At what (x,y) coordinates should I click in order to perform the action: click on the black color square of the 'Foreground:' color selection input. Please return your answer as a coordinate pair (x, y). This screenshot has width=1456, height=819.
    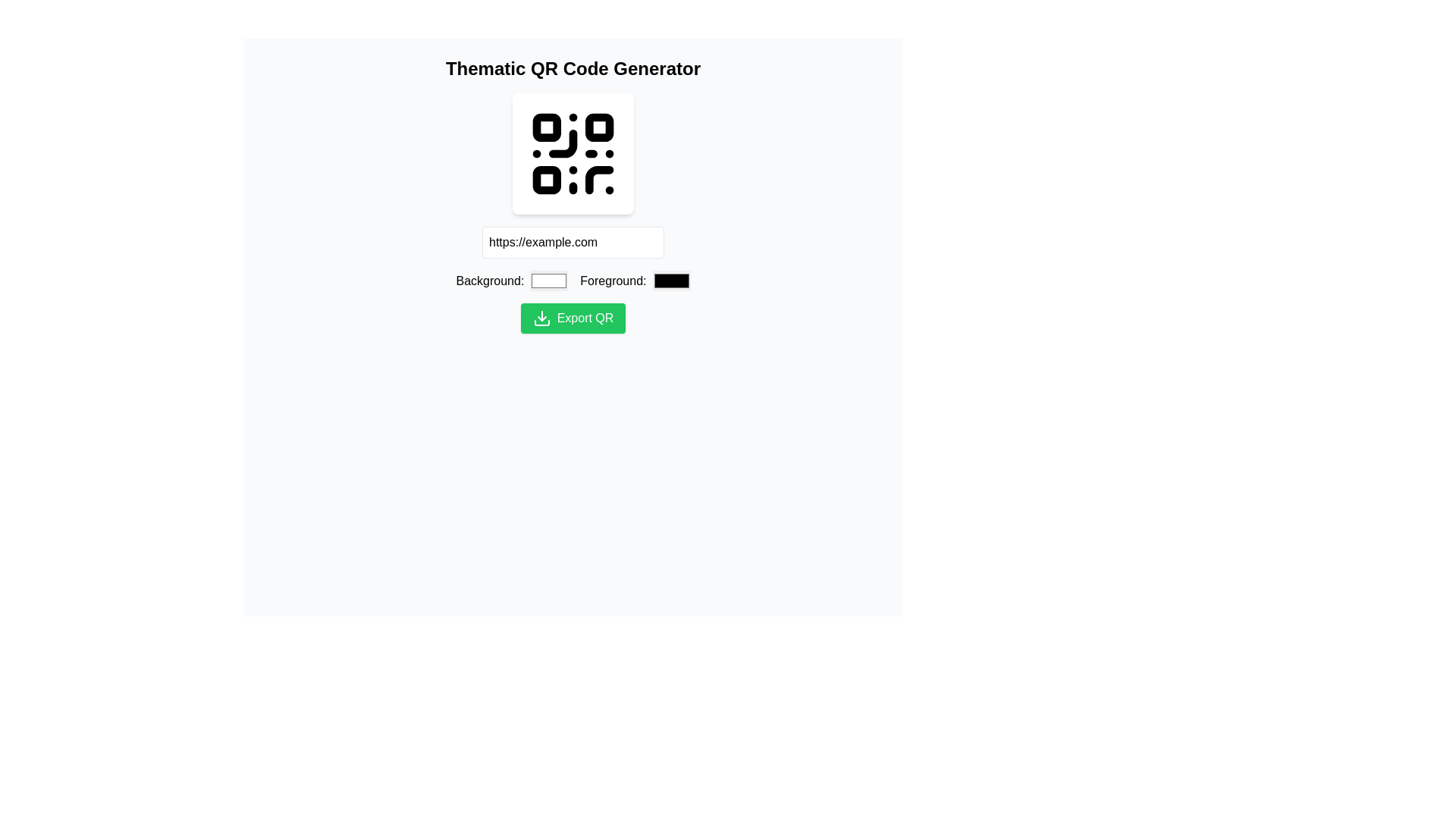
    Looking at the image, I should click on (635, 281).